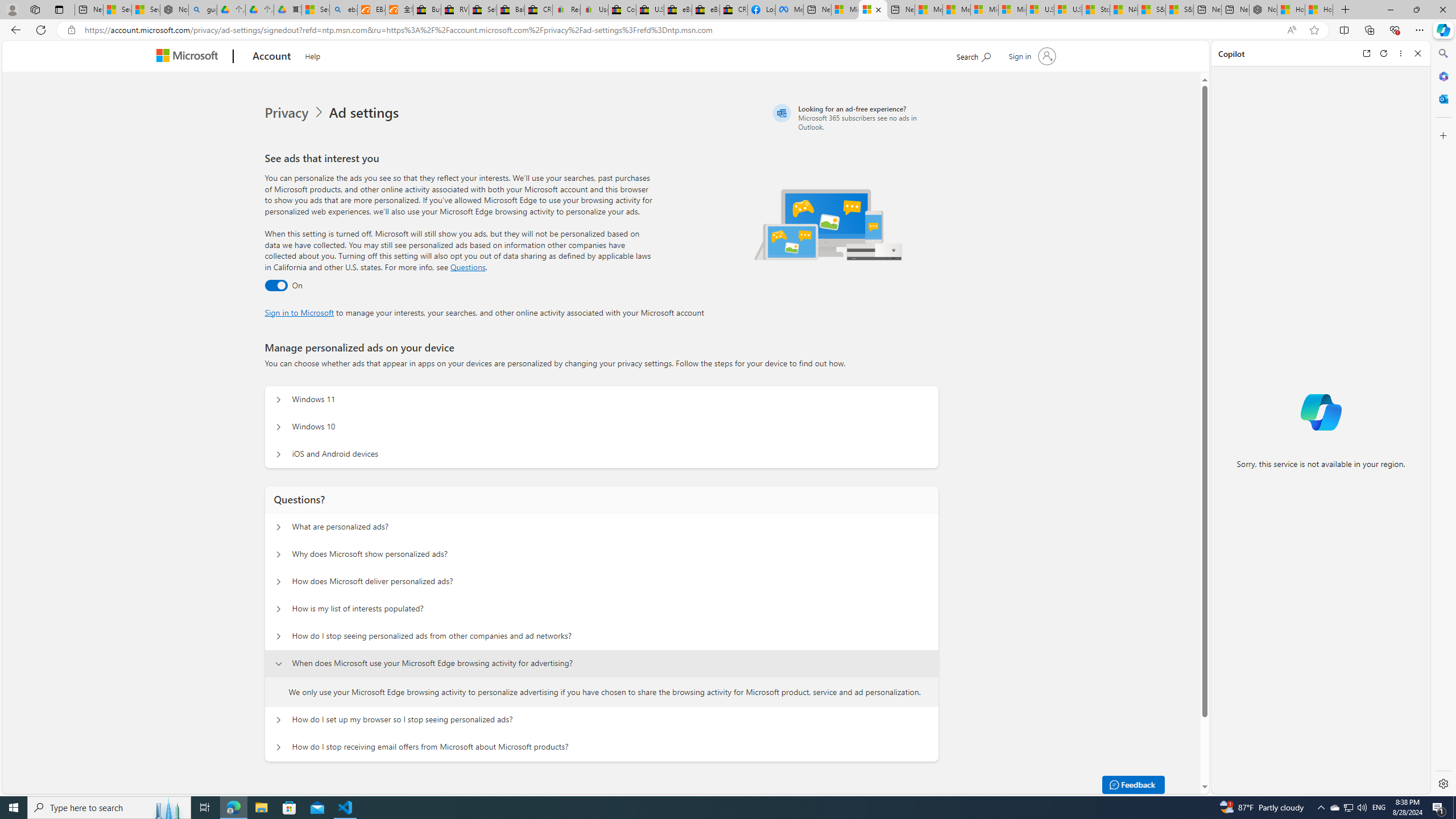 The image size is (1456, 819). Describe the element at coordinates (1031, 55) in the screenshot. I see `'Sign in to your account'` at that location.